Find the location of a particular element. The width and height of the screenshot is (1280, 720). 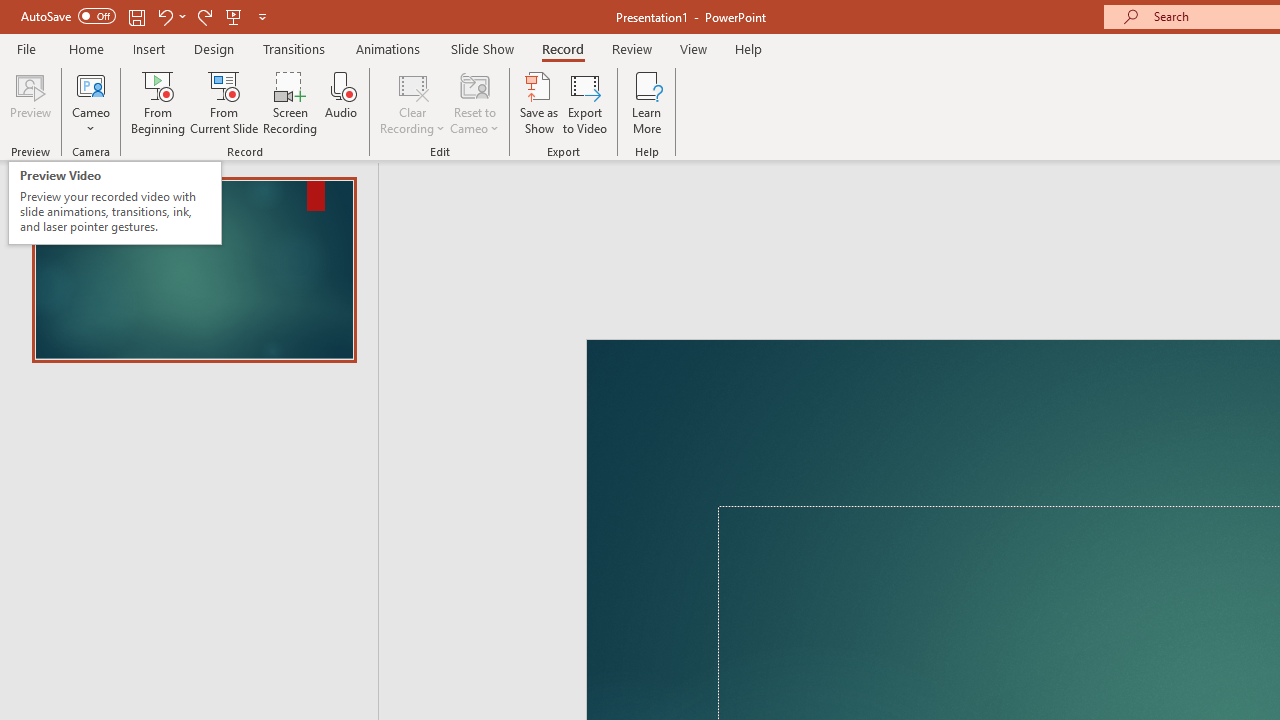

'Save as Show' is located at coordinates (539, 103).